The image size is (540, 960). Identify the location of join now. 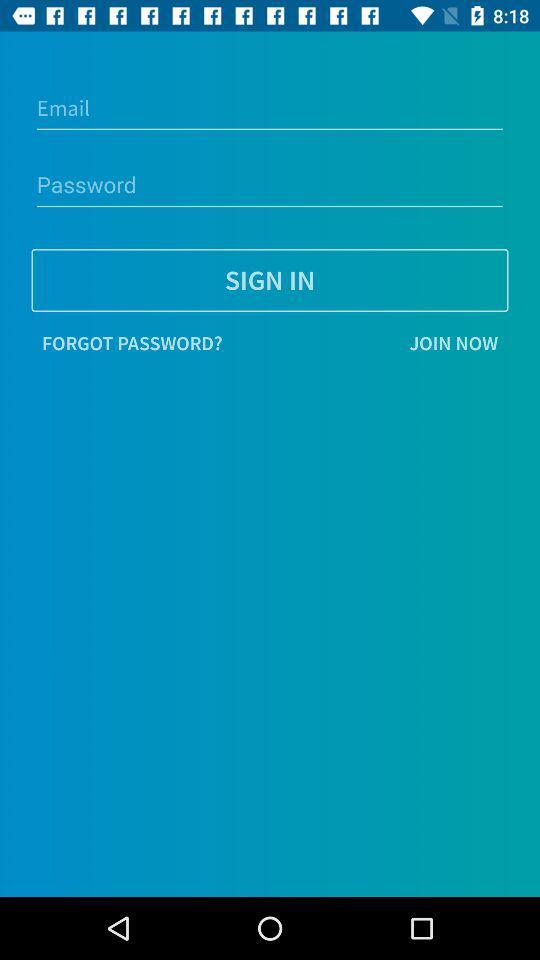
(369, 343).